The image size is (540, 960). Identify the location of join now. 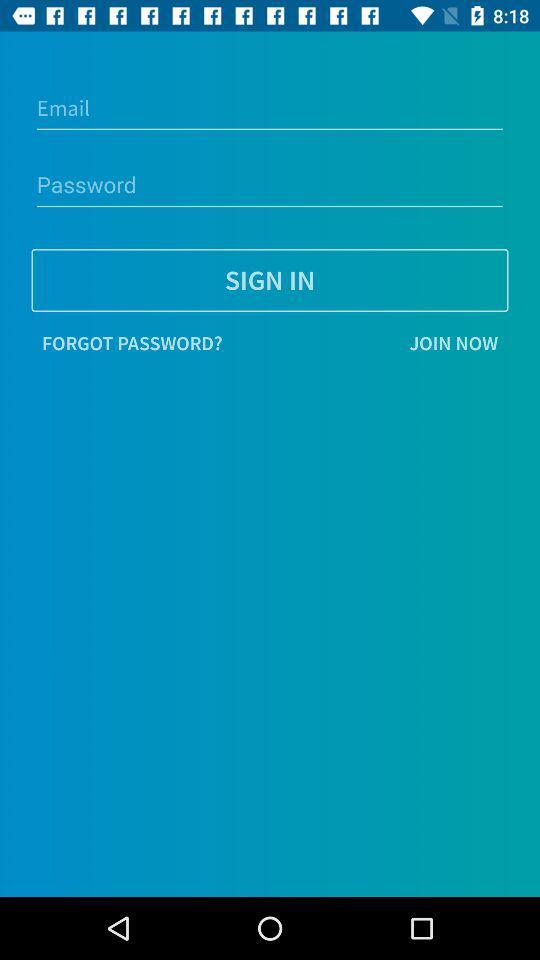
(369, 343).